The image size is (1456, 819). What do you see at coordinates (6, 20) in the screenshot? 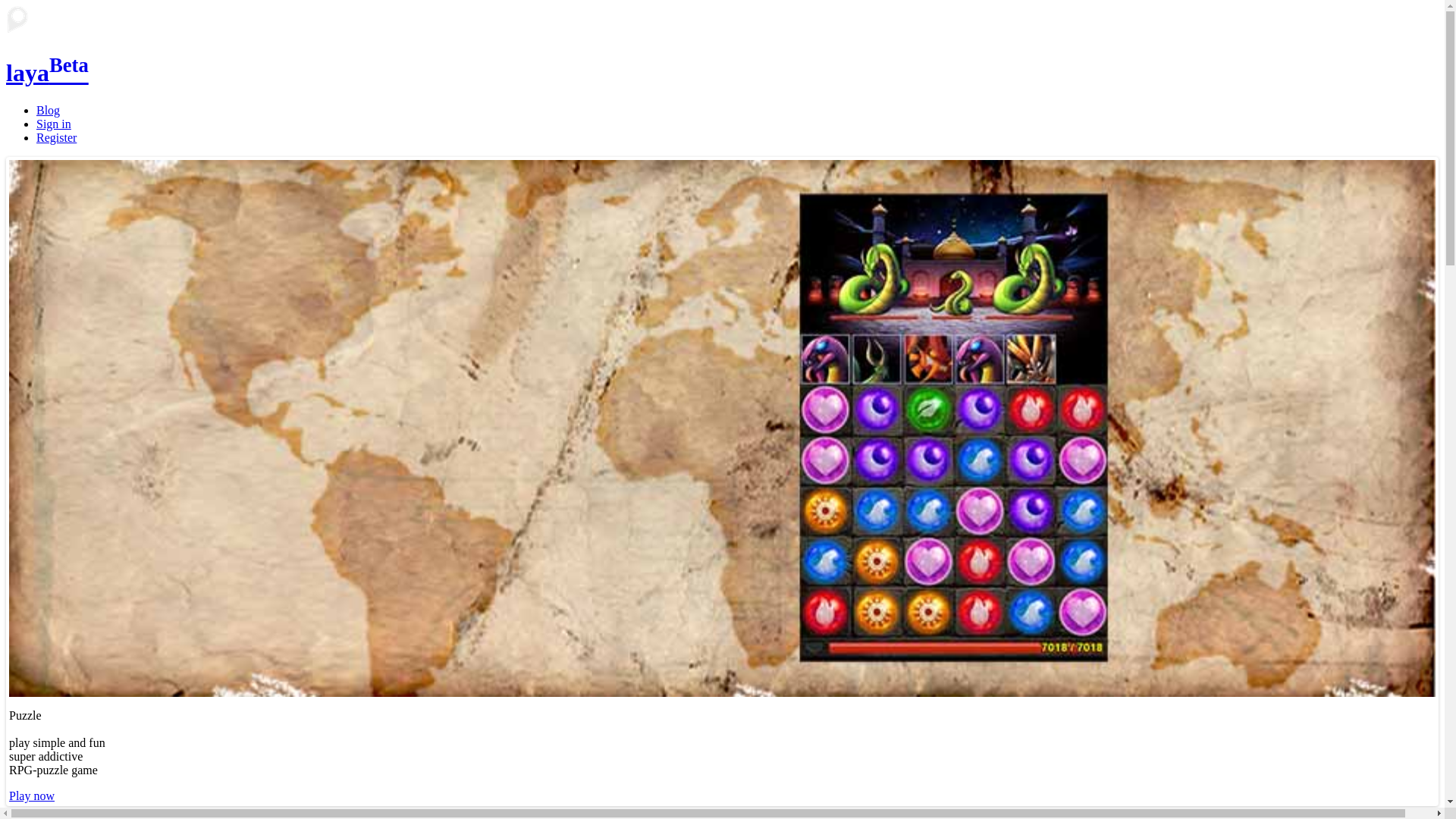
I see `'Playa Home'` at bounding box center [6, 20].